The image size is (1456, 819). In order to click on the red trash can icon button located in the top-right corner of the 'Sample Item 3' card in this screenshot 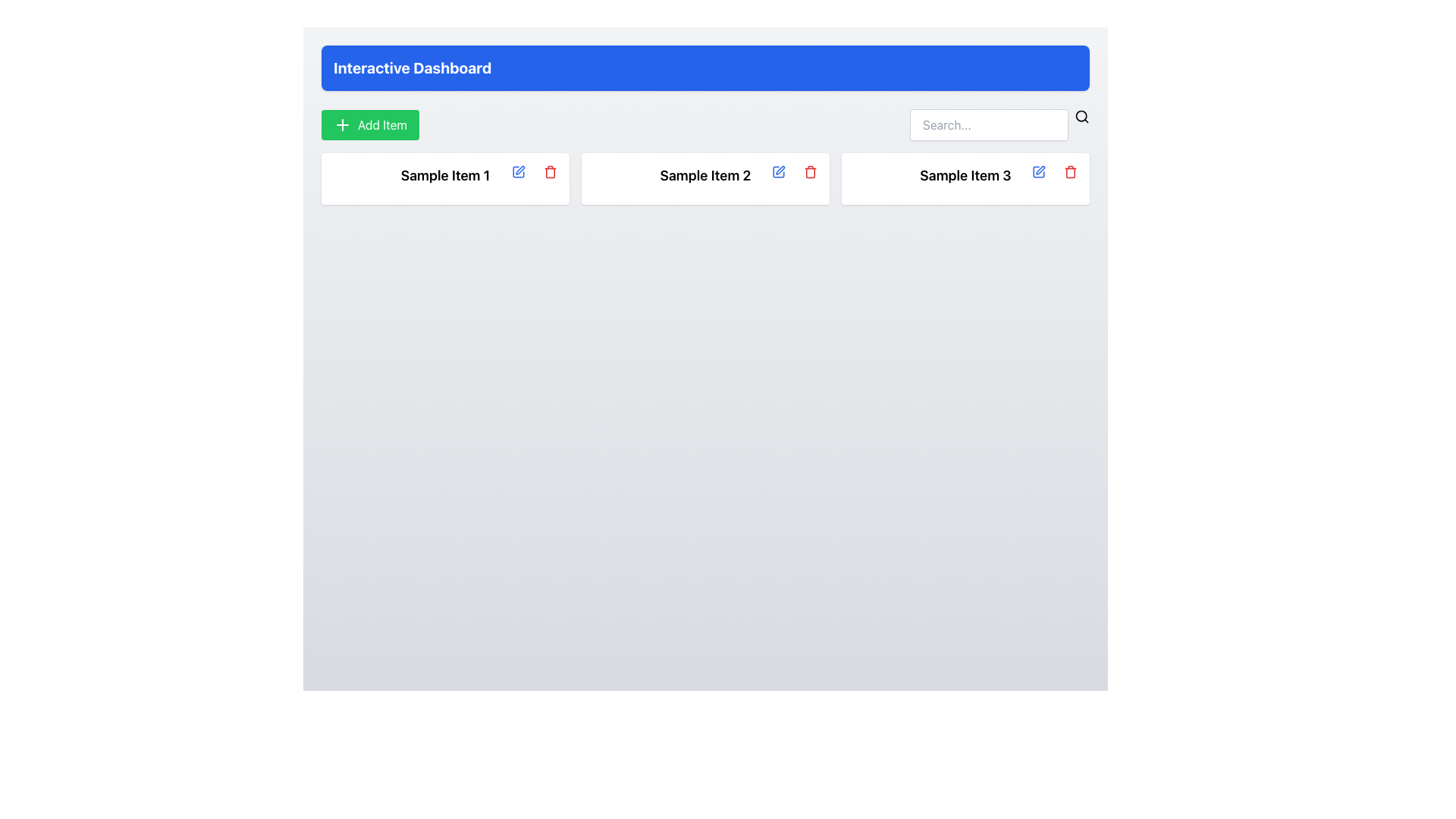, I will do `click(1069, 171)`.